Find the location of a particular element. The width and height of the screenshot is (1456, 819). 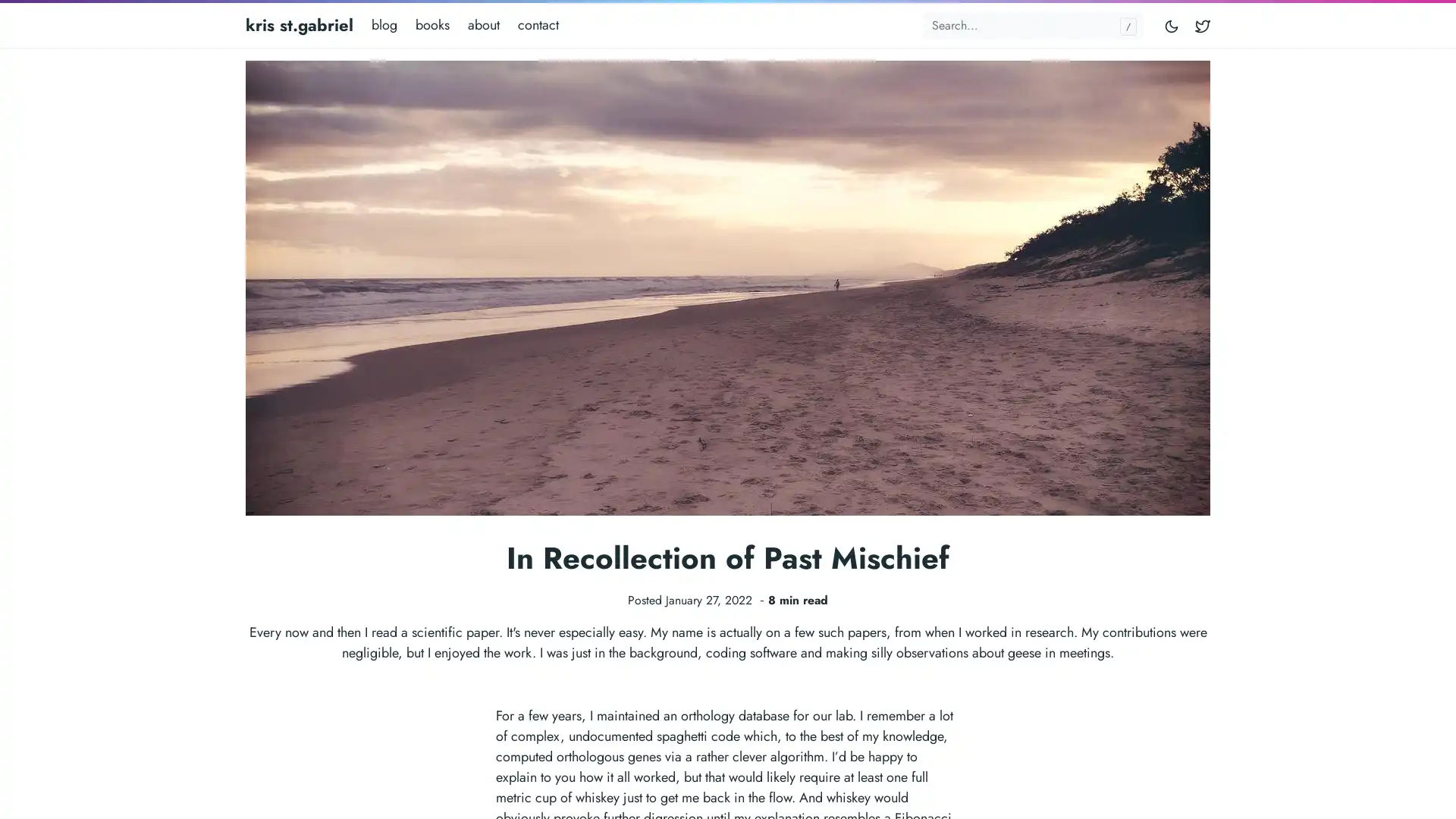

Toggle mode is located at coordinates (1171, 25).